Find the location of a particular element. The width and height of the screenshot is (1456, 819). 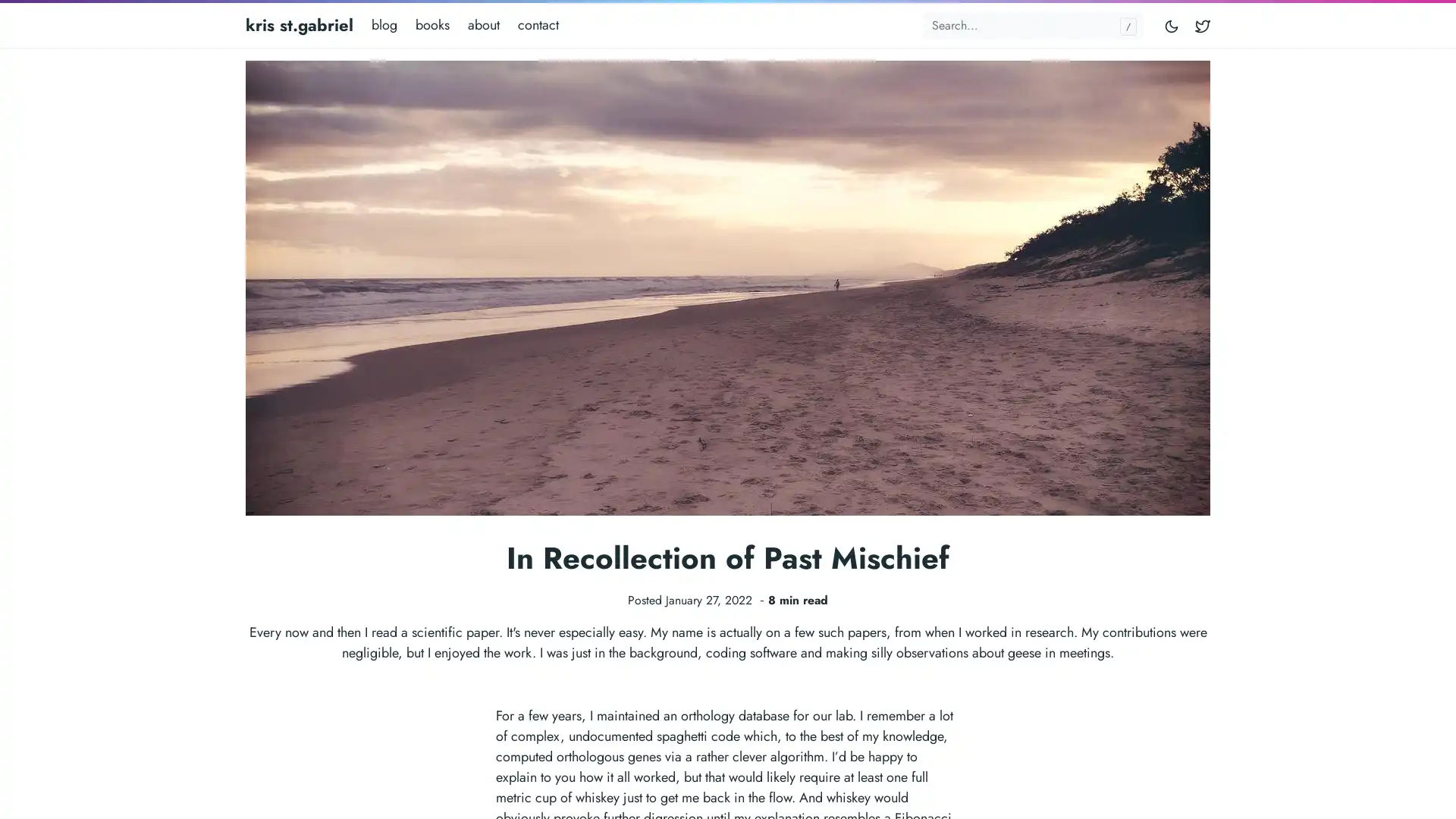

Toggle mode is located at coordinates (1171, 25).